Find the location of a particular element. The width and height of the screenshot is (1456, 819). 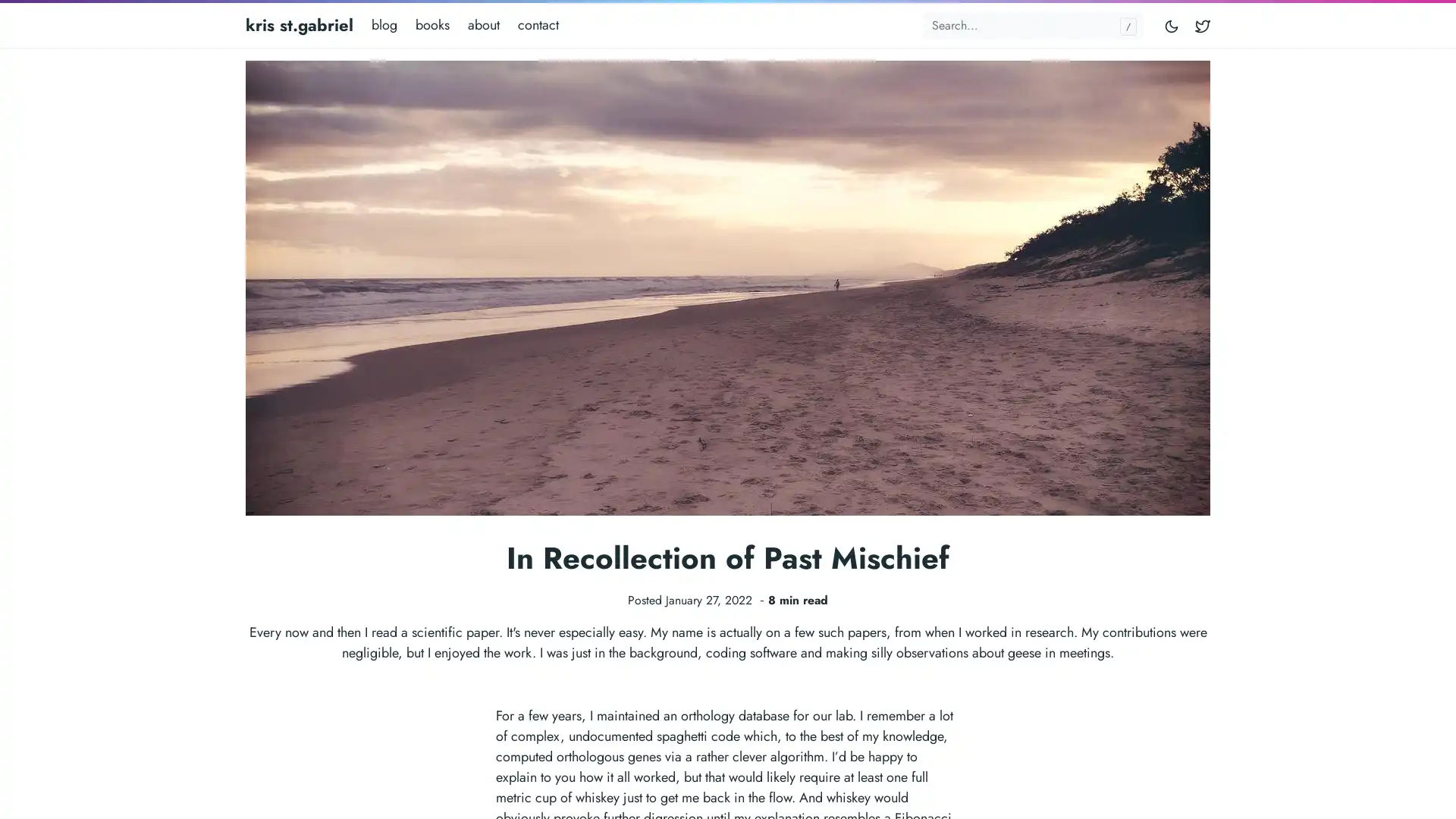

Toggle mode is located at coordinates (1171, 25).